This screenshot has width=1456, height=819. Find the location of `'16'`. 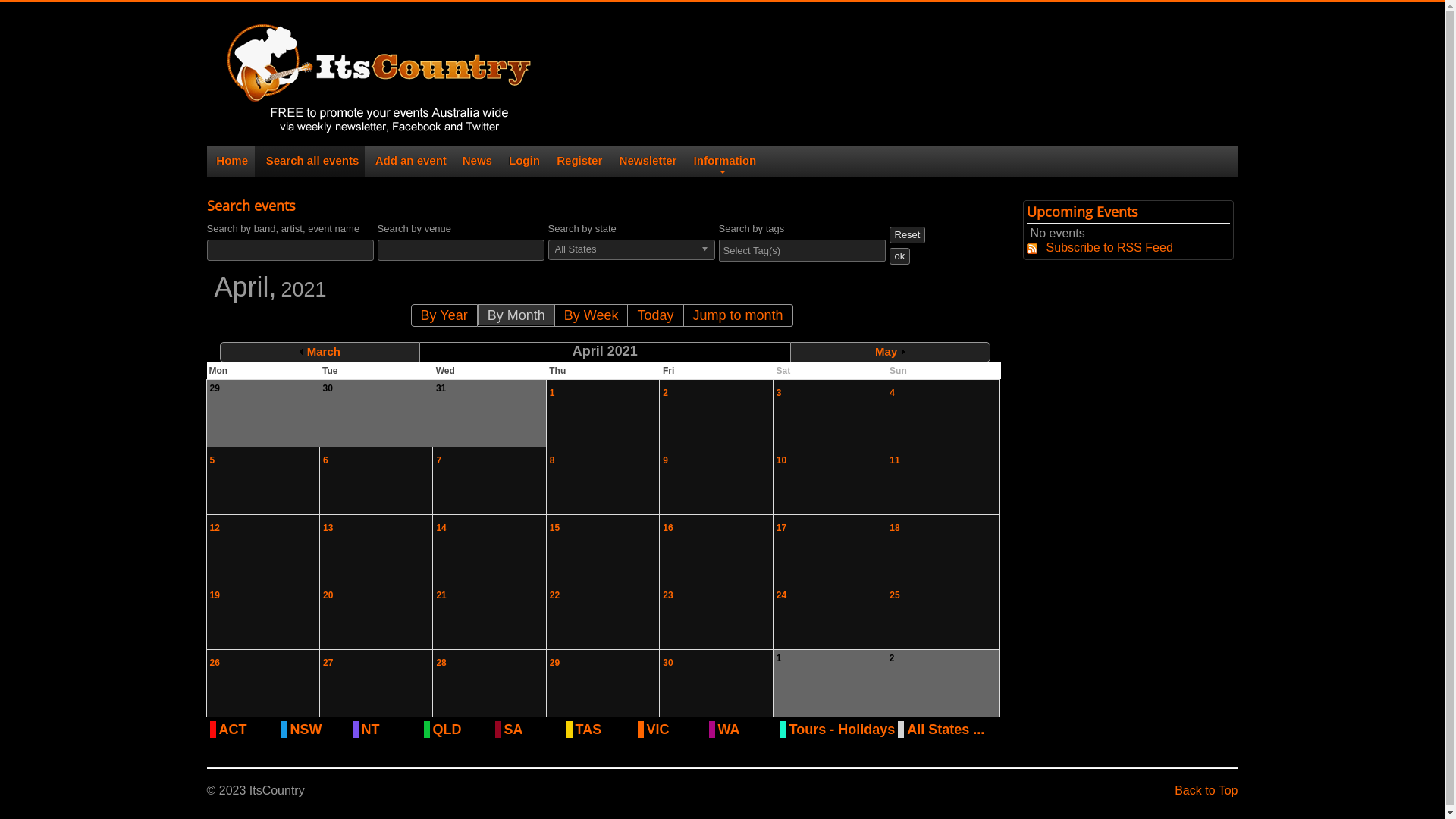

'16' is located at coordinates (667, 526).